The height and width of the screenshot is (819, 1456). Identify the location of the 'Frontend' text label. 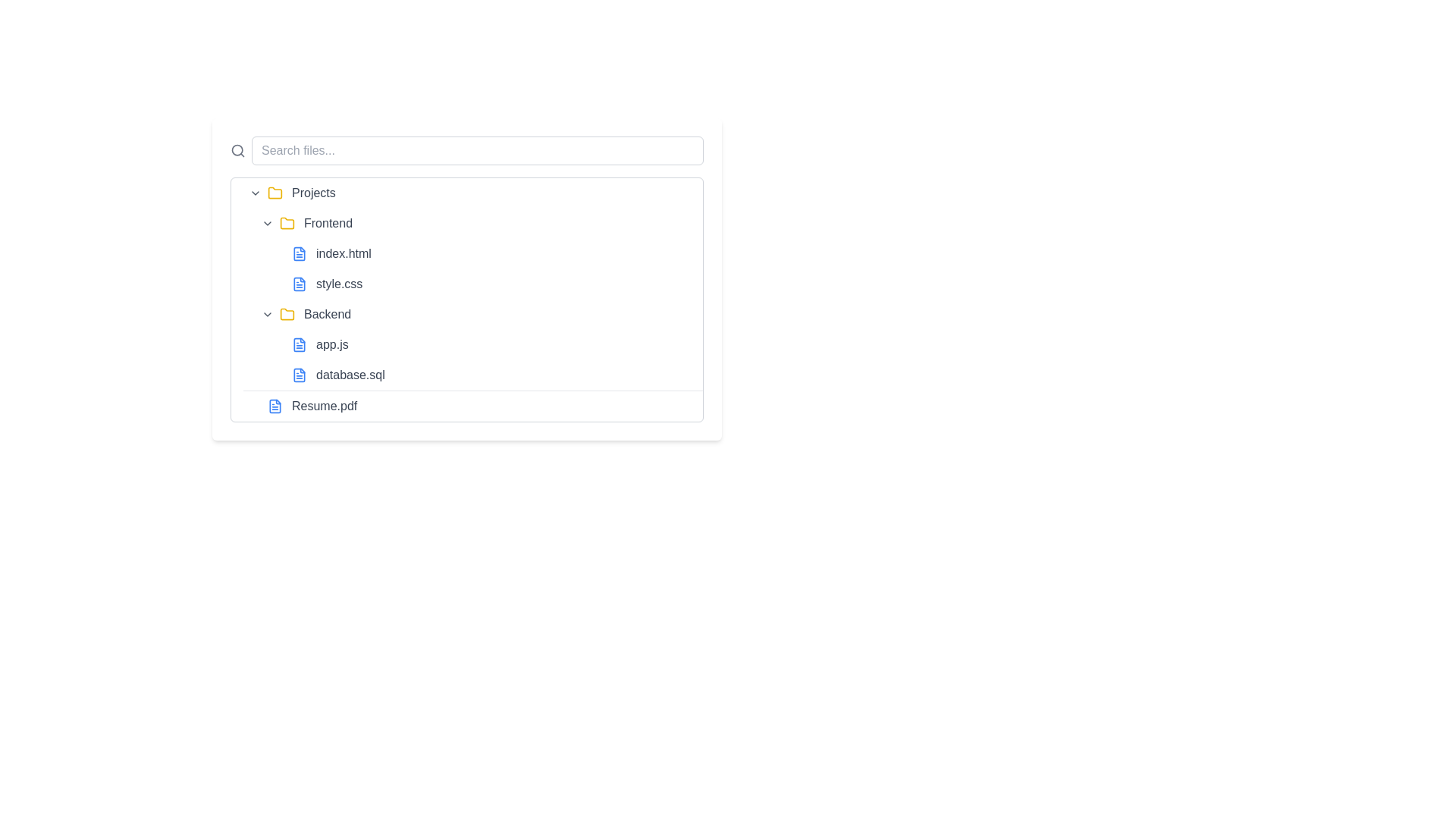
(327, 223).